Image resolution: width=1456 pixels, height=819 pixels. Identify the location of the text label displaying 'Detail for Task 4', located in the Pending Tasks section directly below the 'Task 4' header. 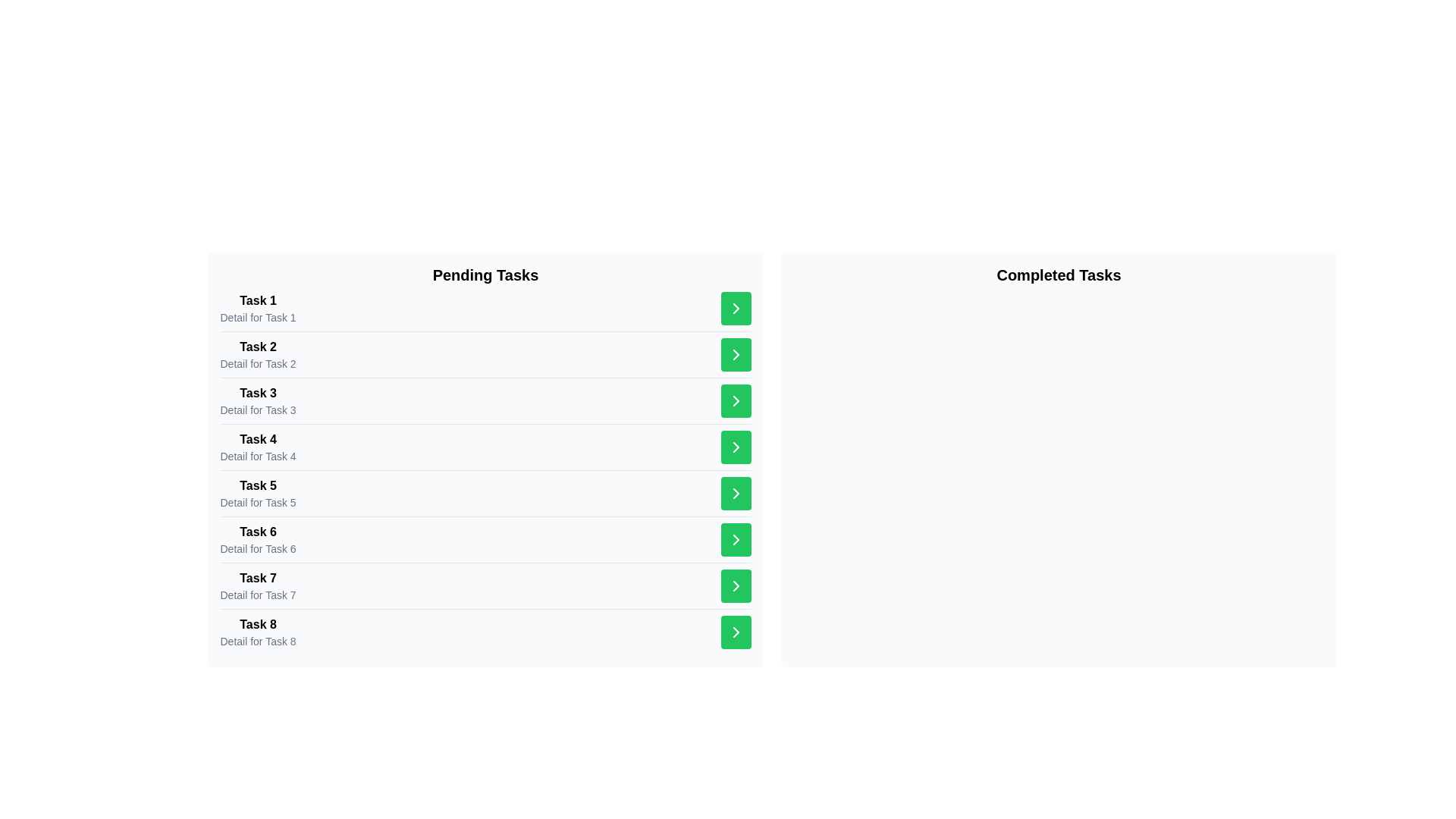
(258, 455).